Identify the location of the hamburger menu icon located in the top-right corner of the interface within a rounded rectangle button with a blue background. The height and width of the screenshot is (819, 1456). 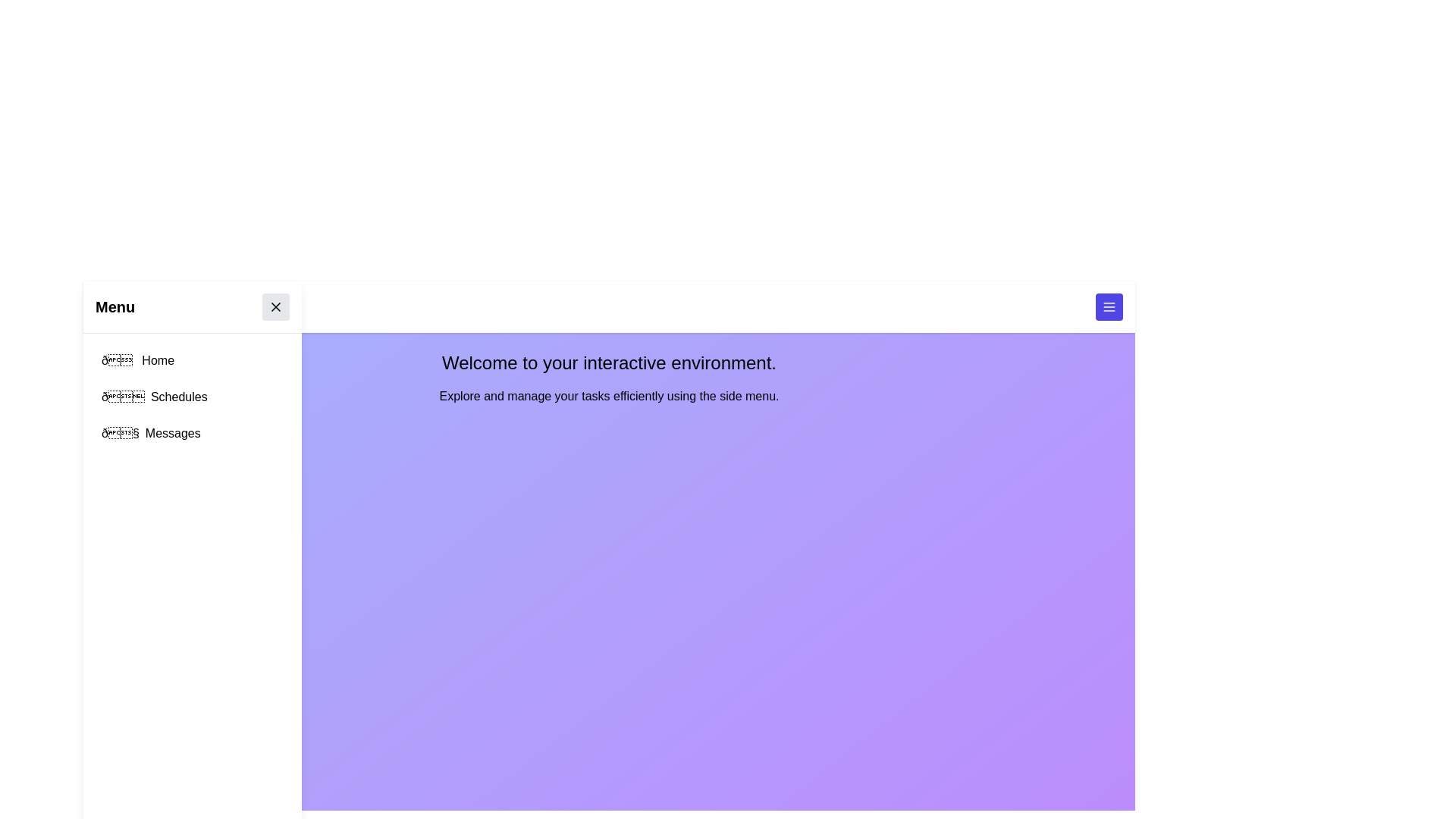
(1109, 307).